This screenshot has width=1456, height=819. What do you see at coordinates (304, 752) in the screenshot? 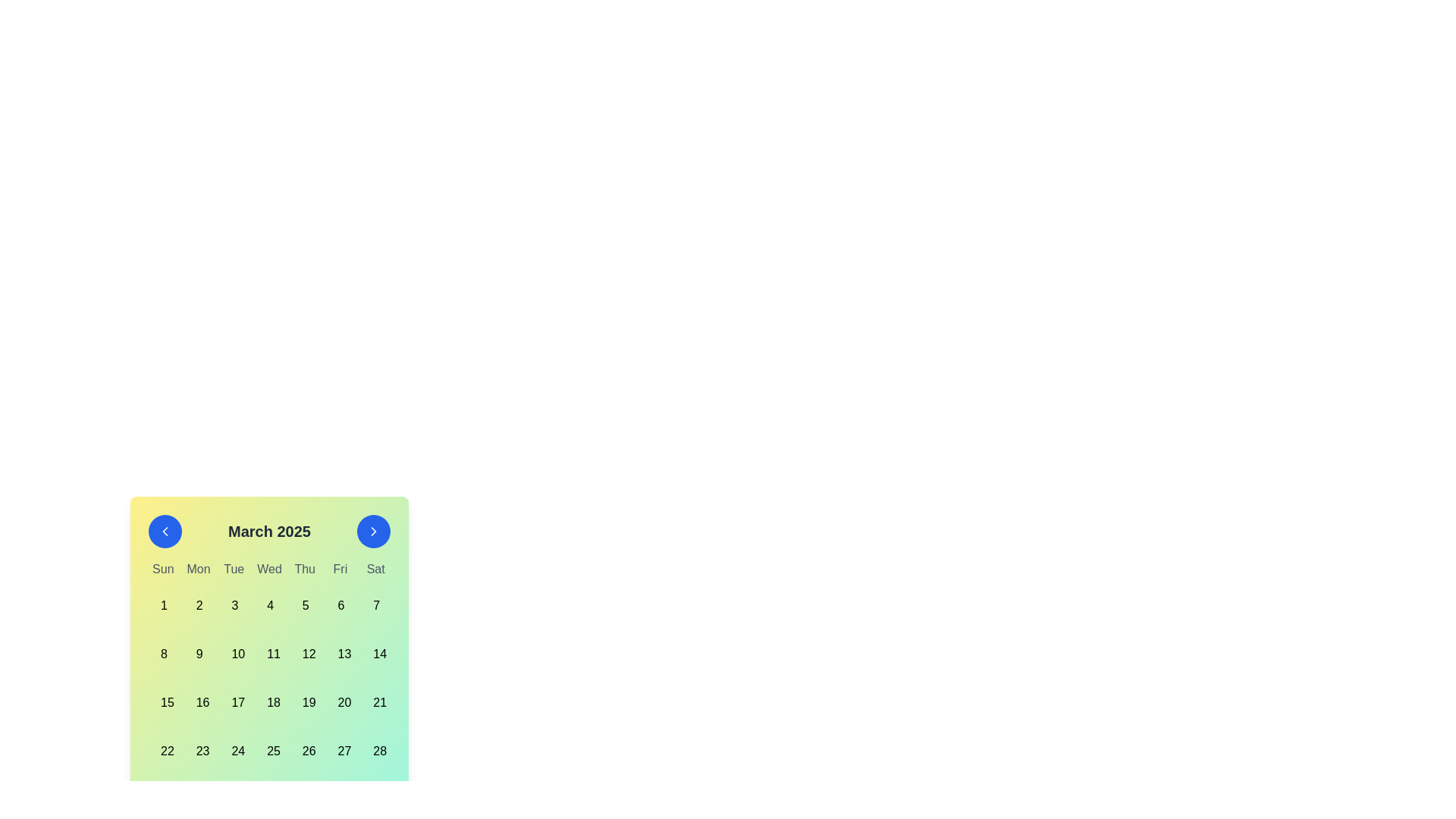
I see `the button-like grid item displaying the text '26'` at bounding box center [304, 752].